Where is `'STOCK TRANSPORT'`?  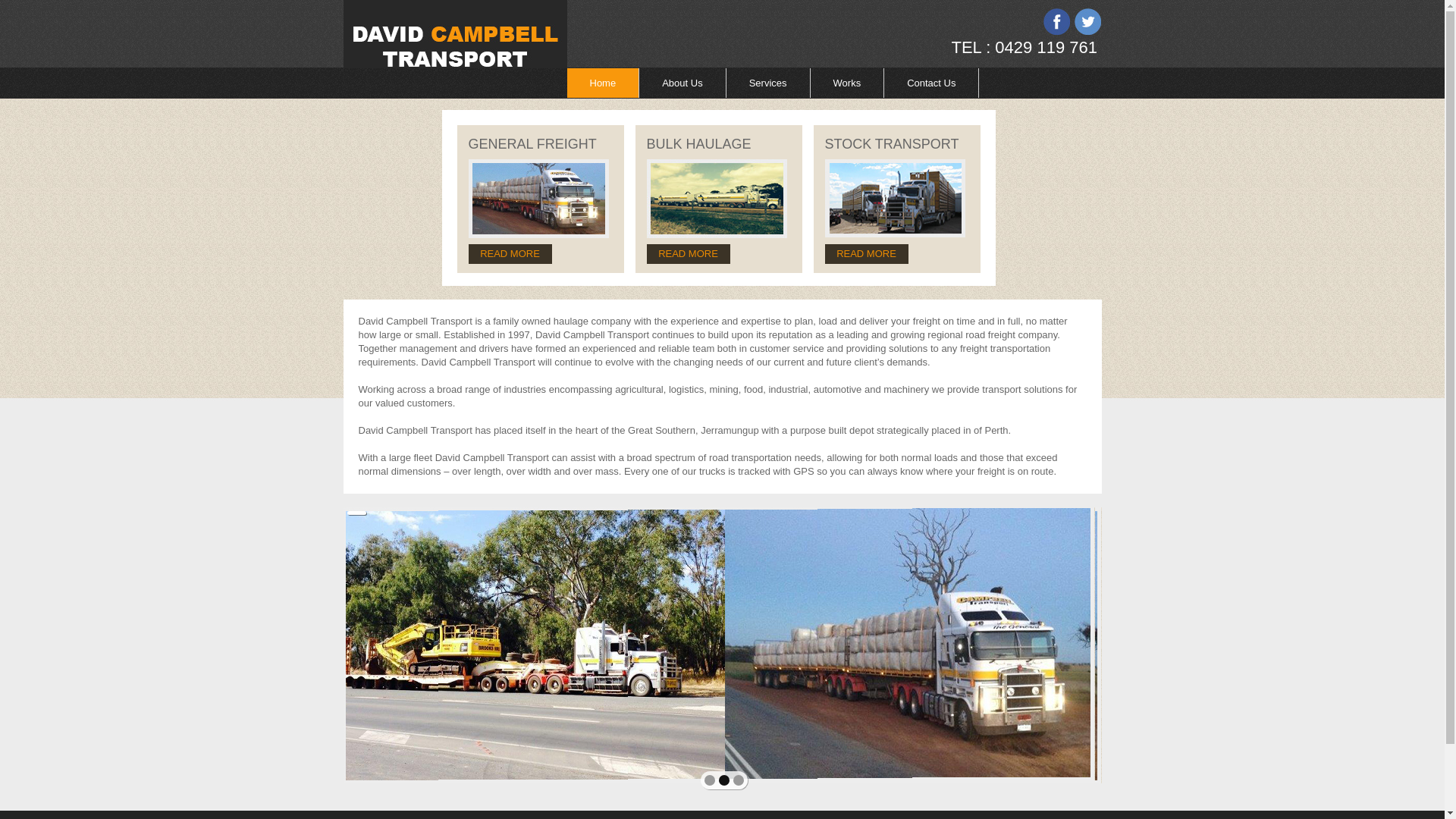 'STOCK TRANSPORT' is located at coordinates (892, 143).